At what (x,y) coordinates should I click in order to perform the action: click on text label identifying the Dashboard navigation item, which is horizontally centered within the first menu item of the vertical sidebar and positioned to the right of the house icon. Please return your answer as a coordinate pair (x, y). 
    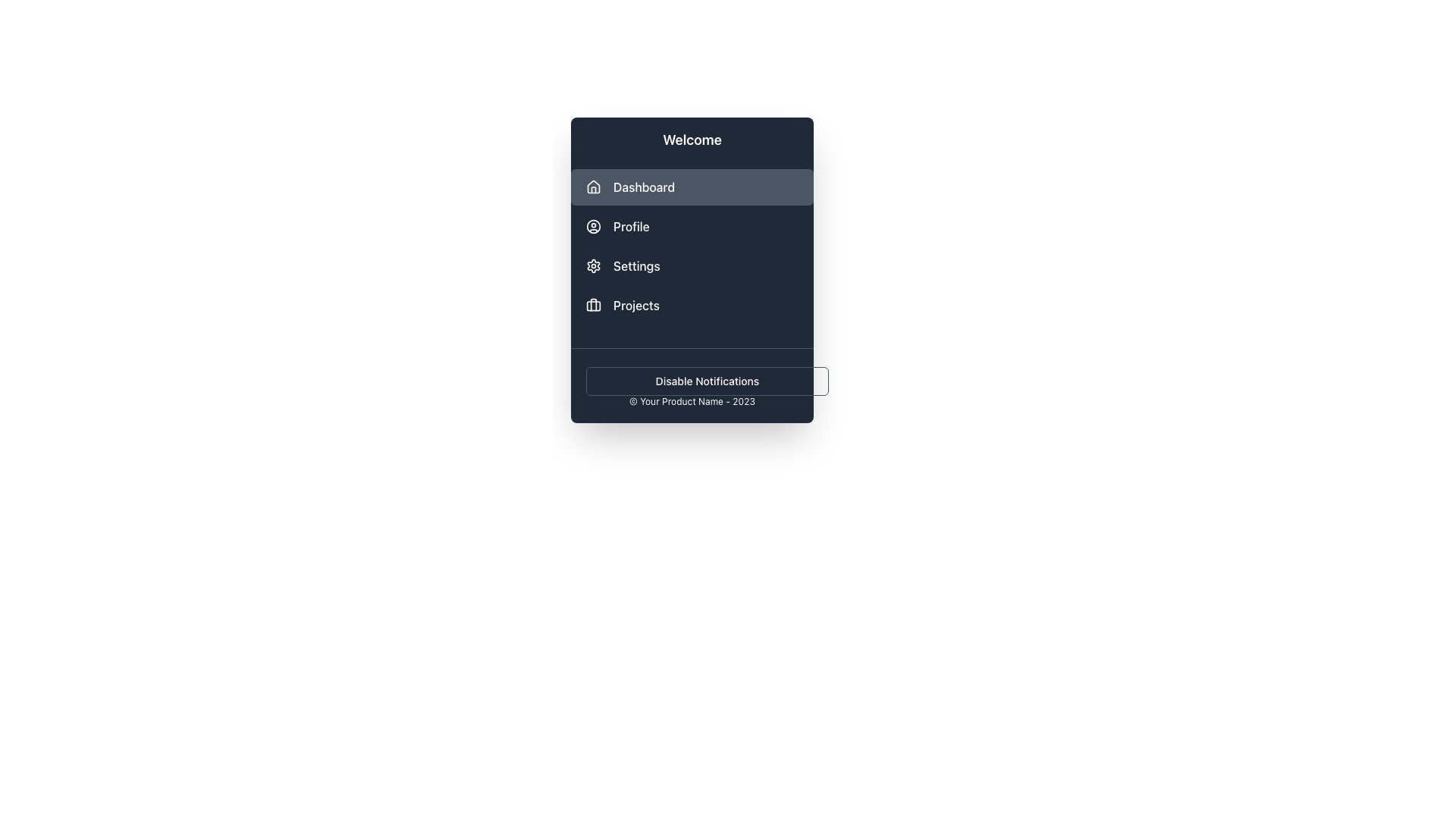
    Looking at the image, I should click on (644, 186).